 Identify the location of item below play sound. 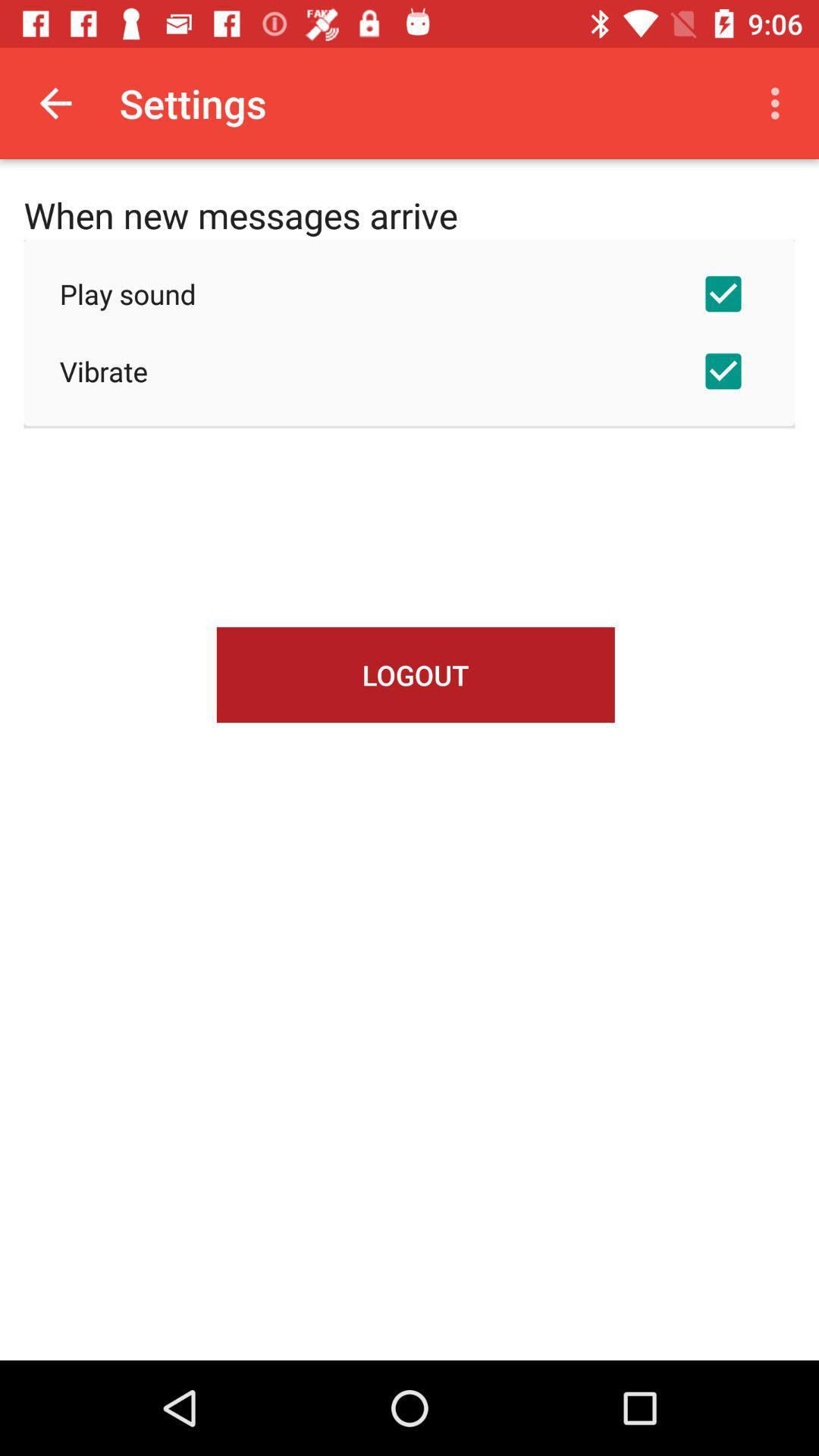
(409, 371).